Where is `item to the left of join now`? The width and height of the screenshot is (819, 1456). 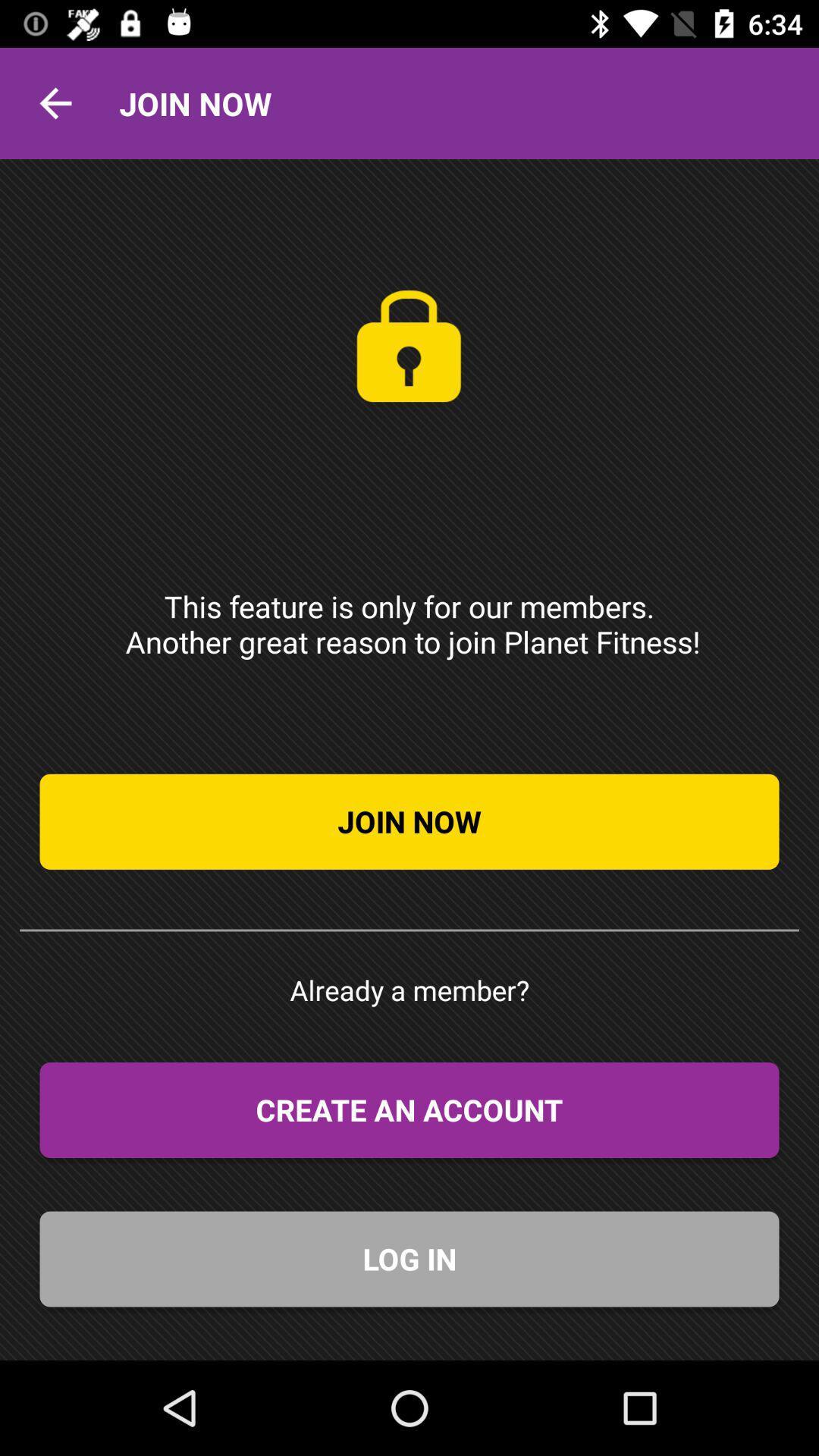
item to the left of join now is located at coordinates (55, 102).